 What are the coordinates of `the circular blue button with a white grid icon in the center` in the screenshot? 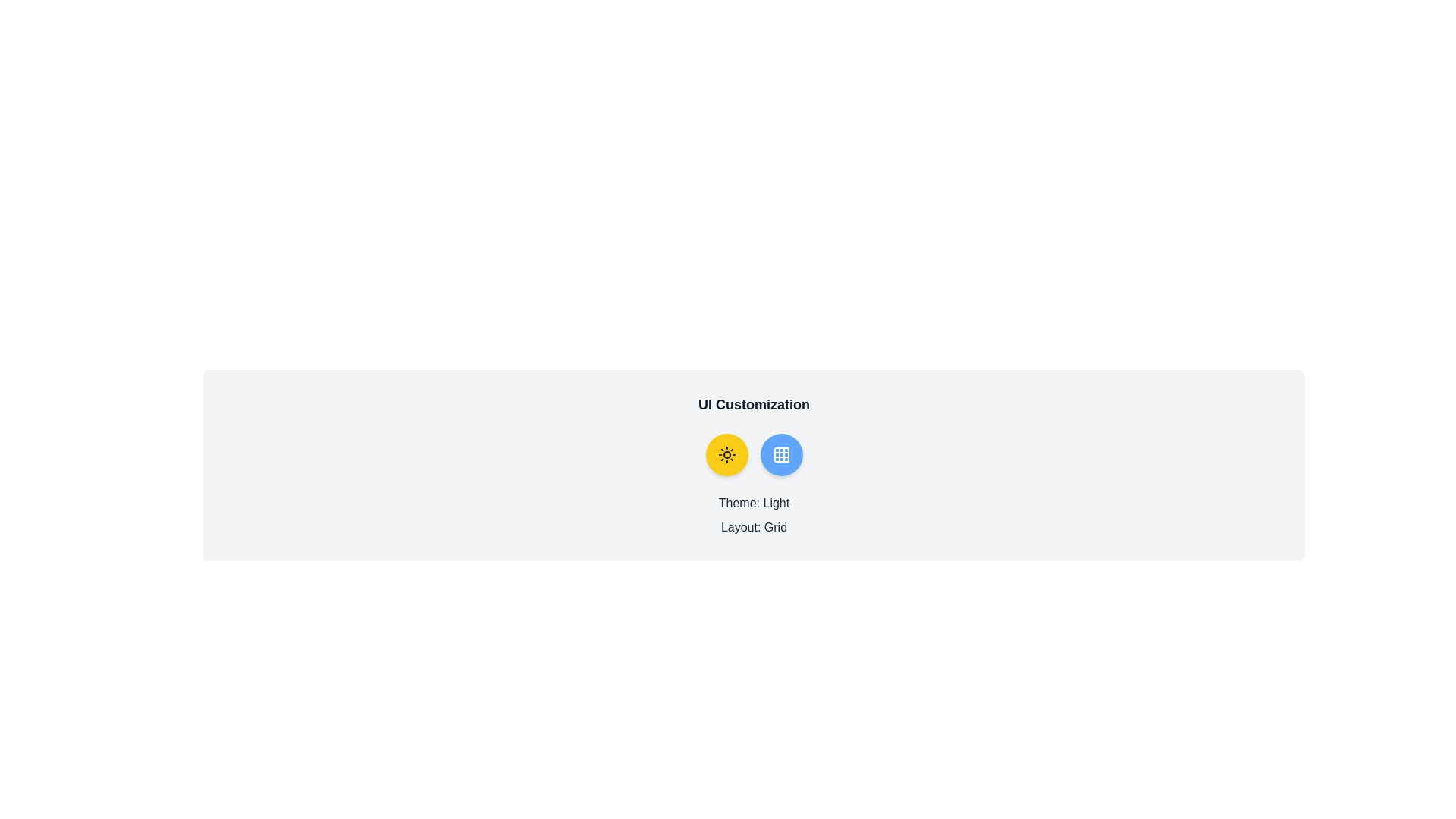 It's located at (781, 454).